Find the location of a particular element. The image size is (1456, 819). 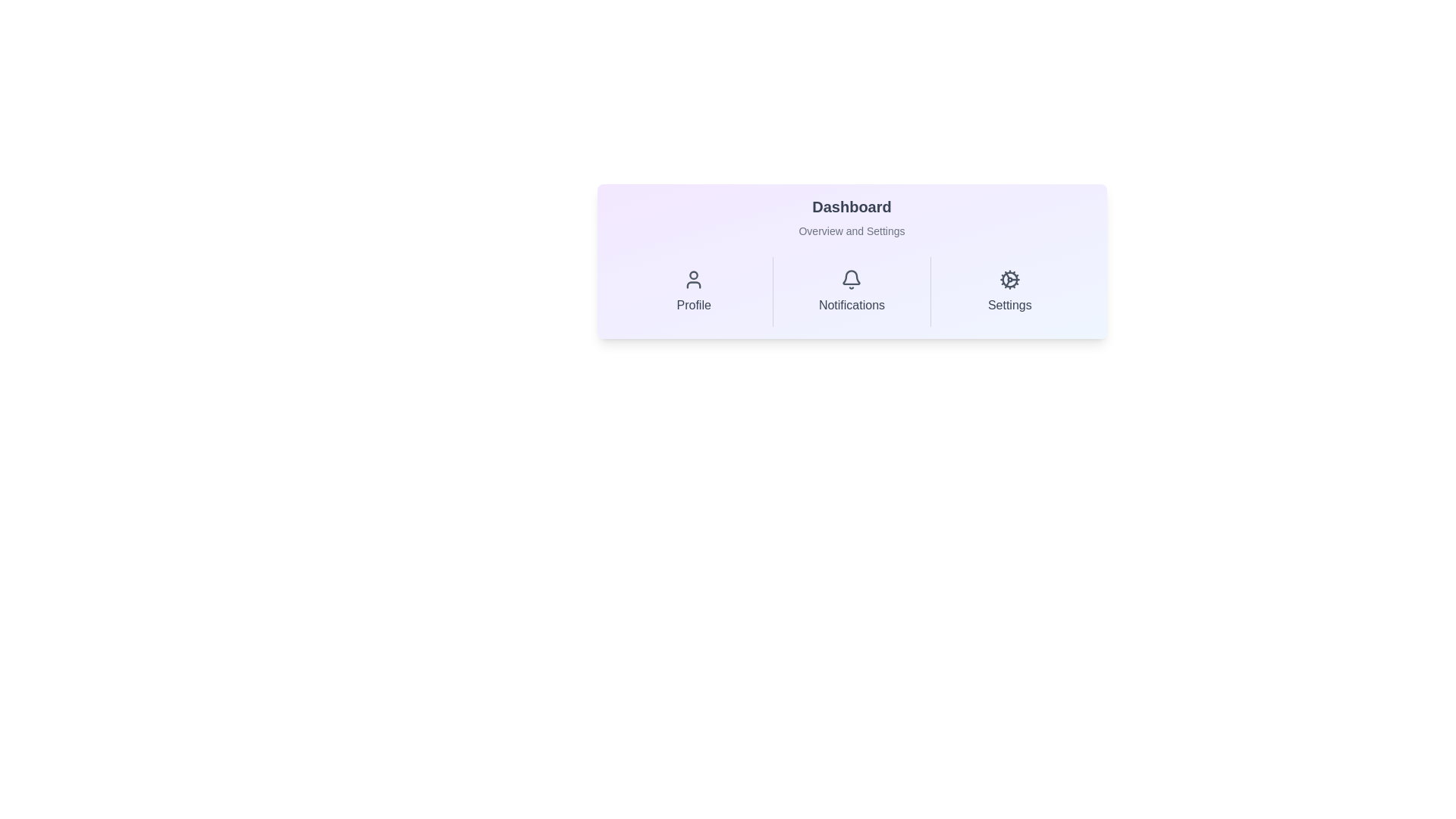

the bell-shaped notification icon located in the central section of the horizontal navigation menu is located at coordinates (852, 280).